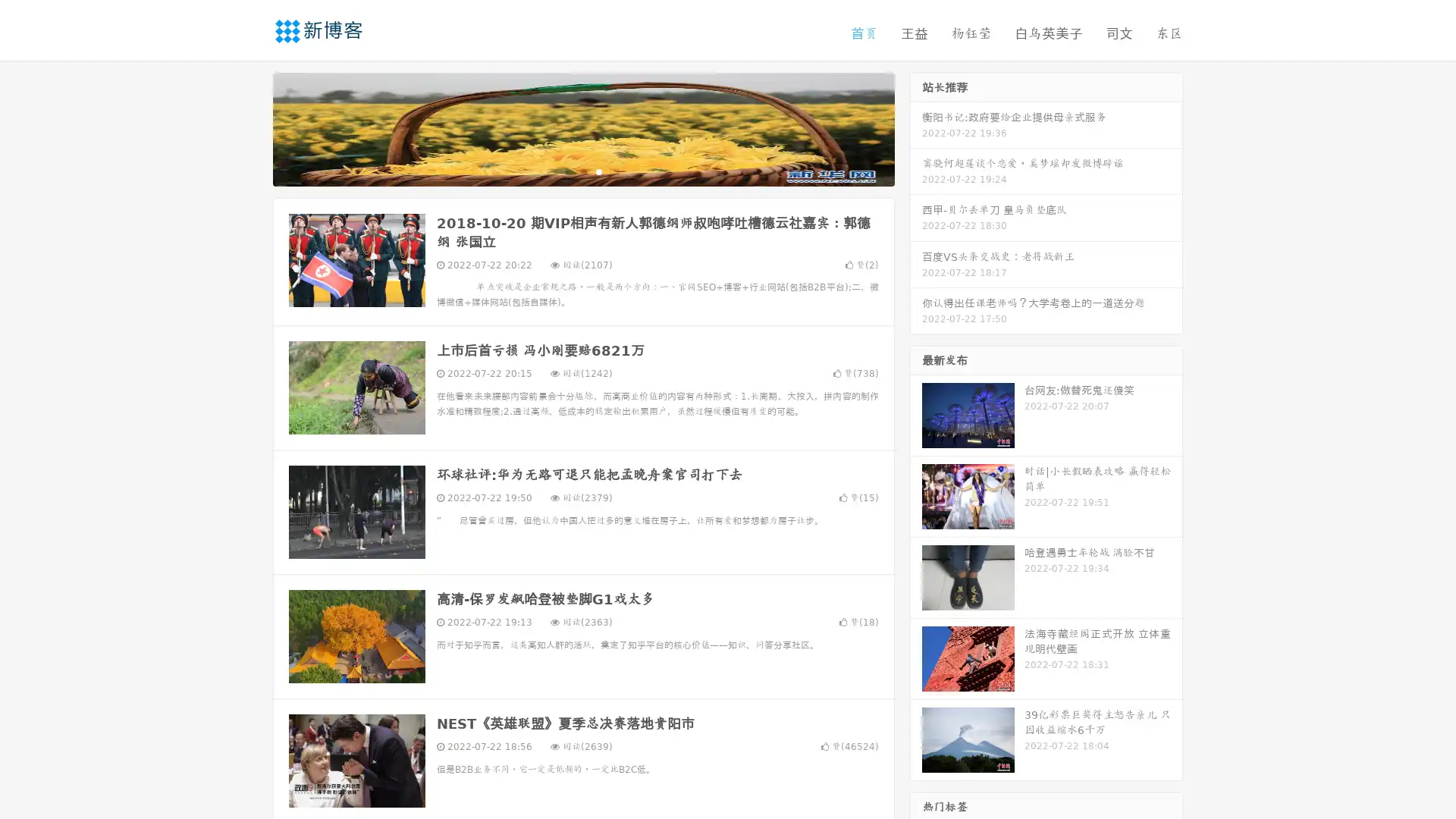  I want to click on Previous slide, so click(250, 127).